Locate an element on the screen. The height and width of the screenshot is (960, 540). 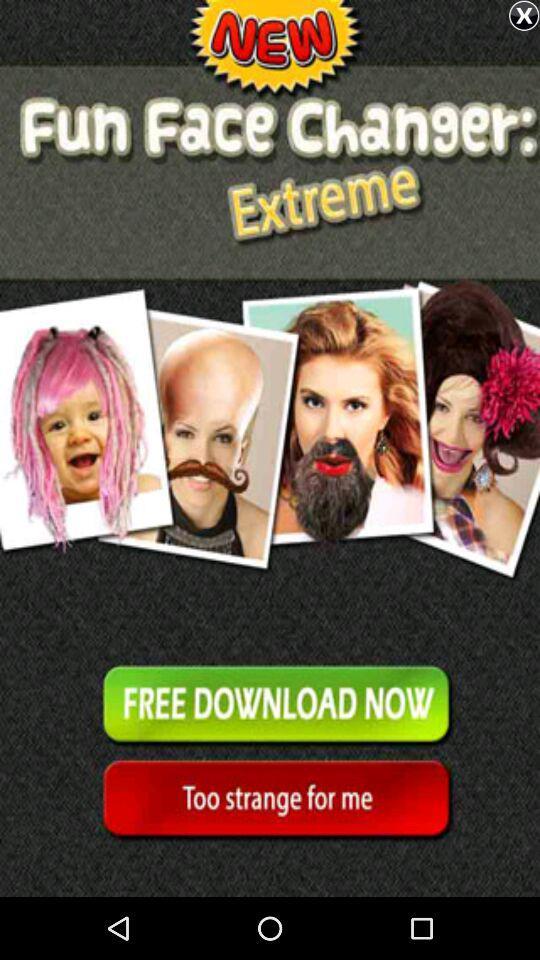
the close icon is located at coordinates (524, 15).